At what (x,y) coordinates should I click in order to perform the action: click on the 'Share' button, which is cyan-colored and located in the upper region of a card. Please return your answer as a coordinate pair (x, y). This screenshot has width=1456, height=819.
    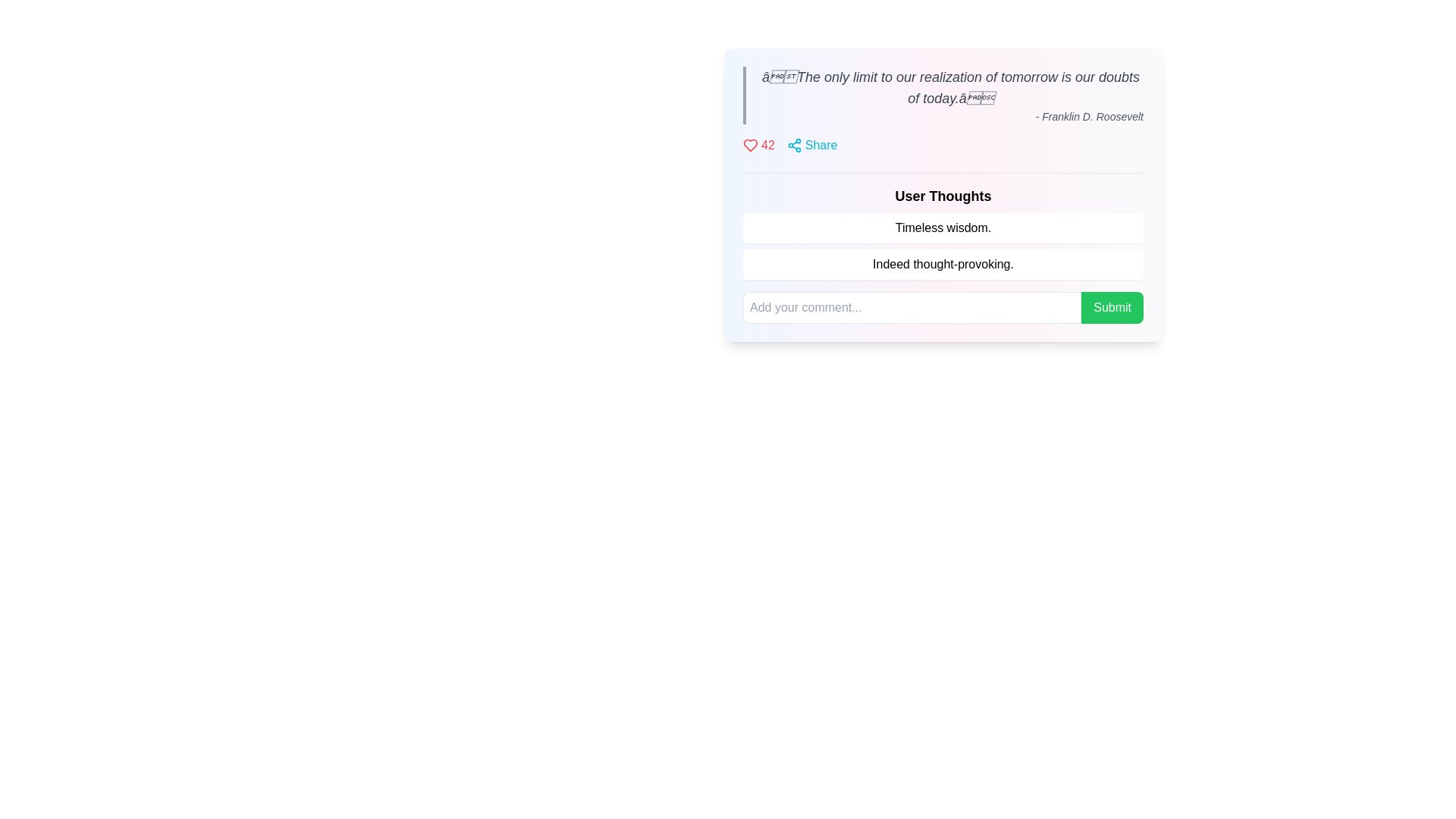
    Looking at the image, I should click on (811, 146).